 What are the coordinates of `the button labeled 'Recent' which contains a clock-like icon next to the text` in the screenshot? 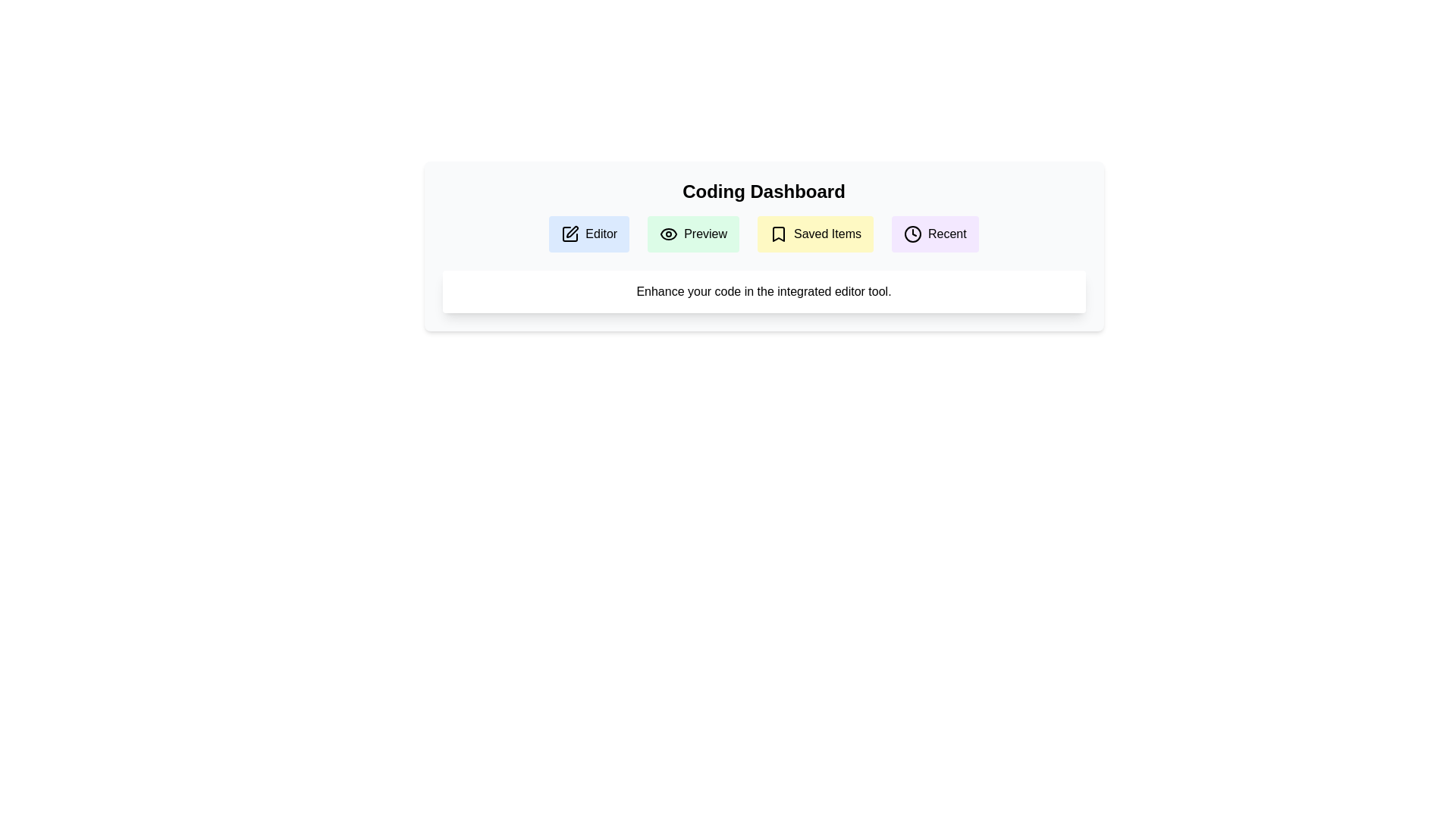 It's located at (912, 234).